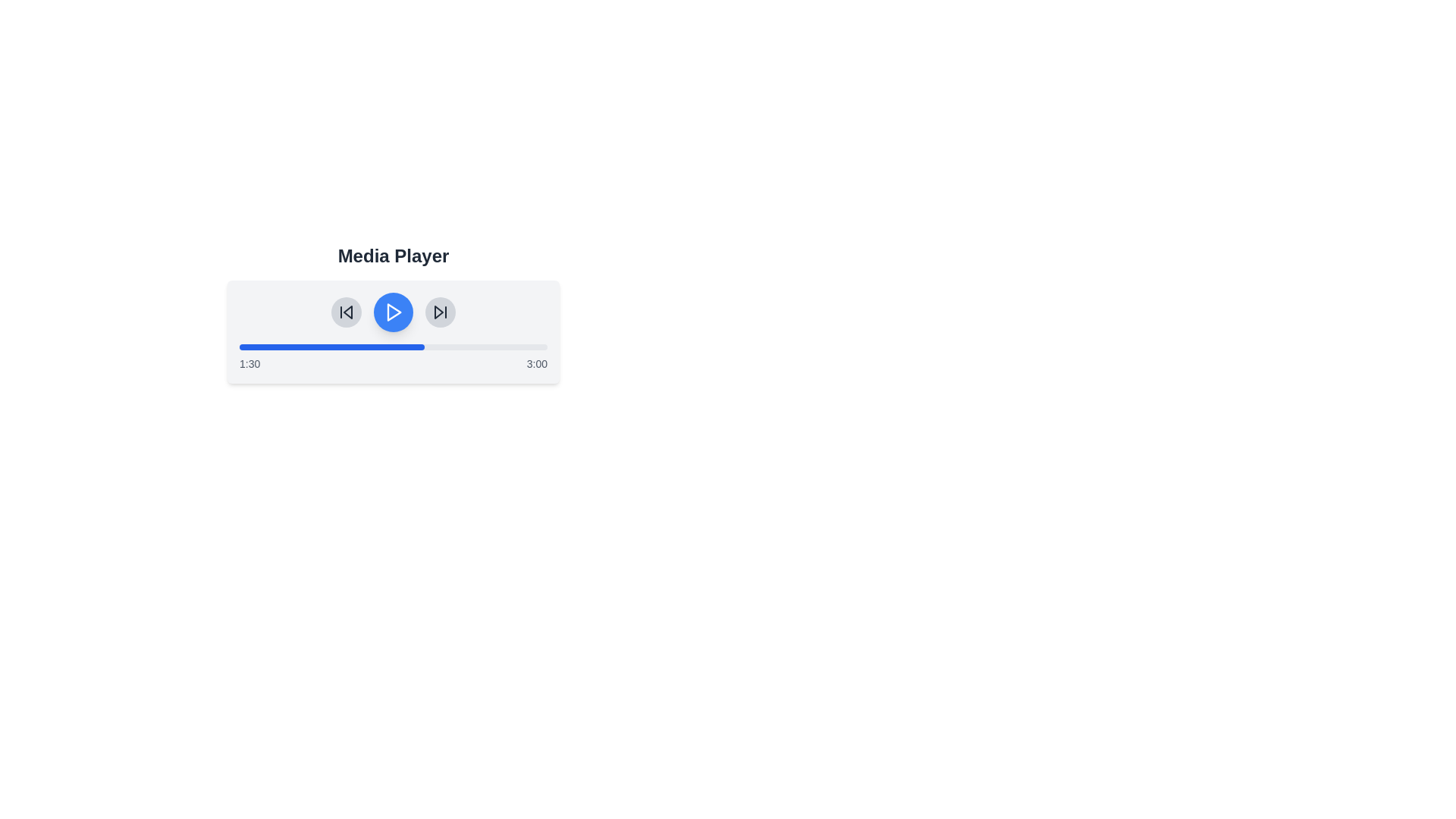  I want to click on the skip-forward button in the media player interface, so click(439, 312).